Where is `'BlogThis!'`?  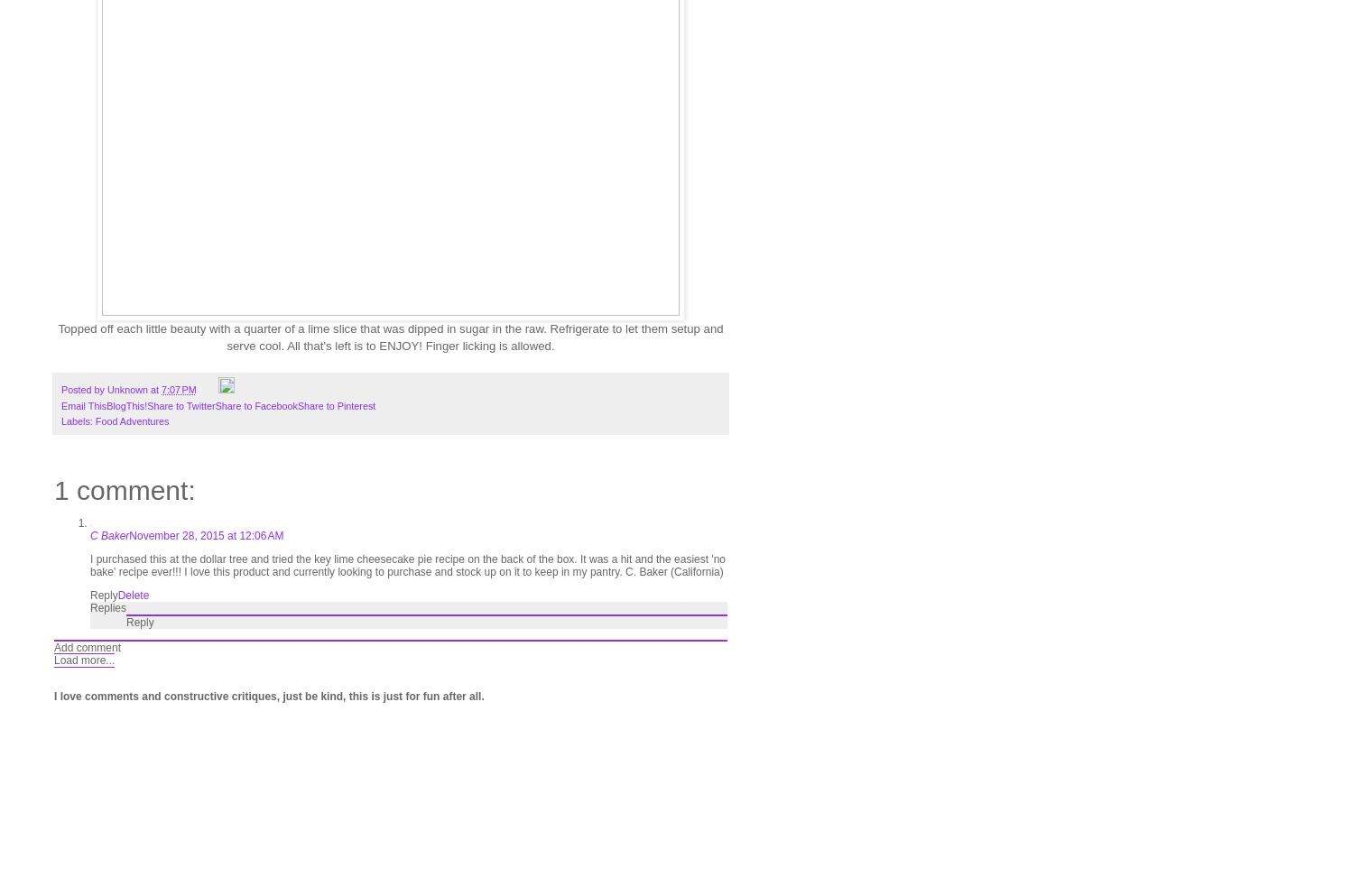 'BlogThis!' is located at coordinates (126, 405).